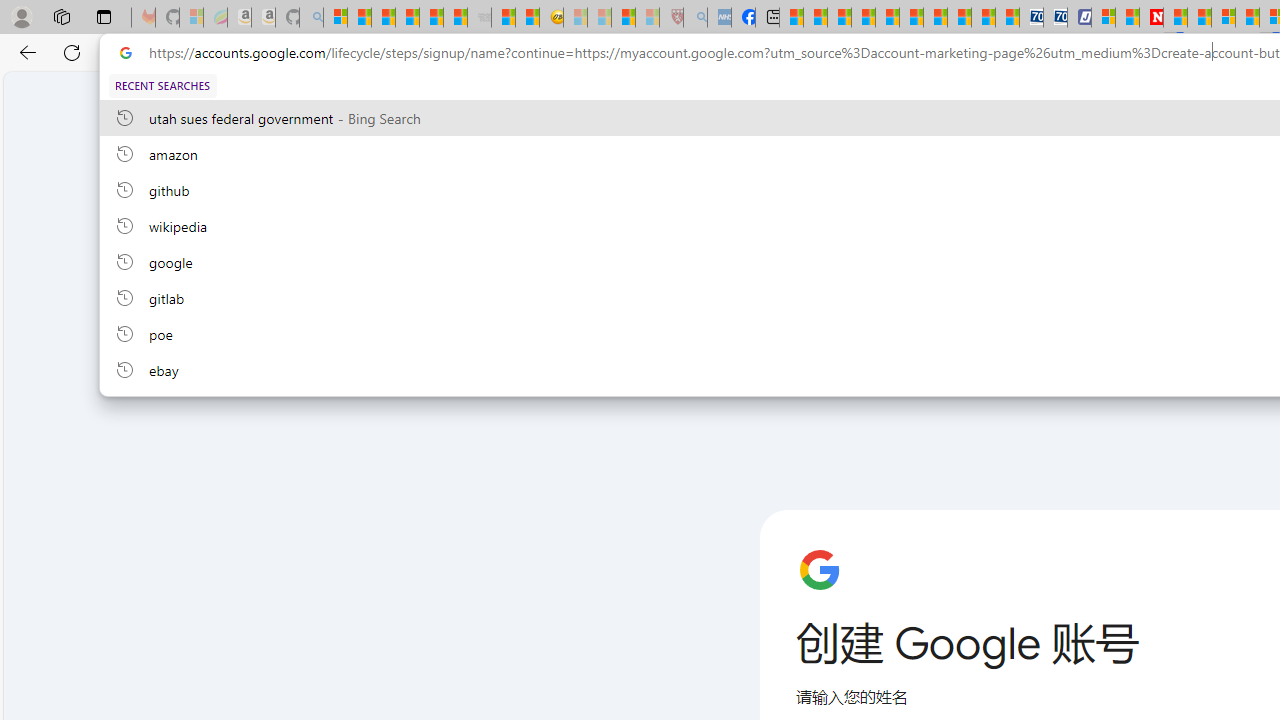  I want to click on 'Cheap Car Rentals - Save70.com', so click(1031, 17).